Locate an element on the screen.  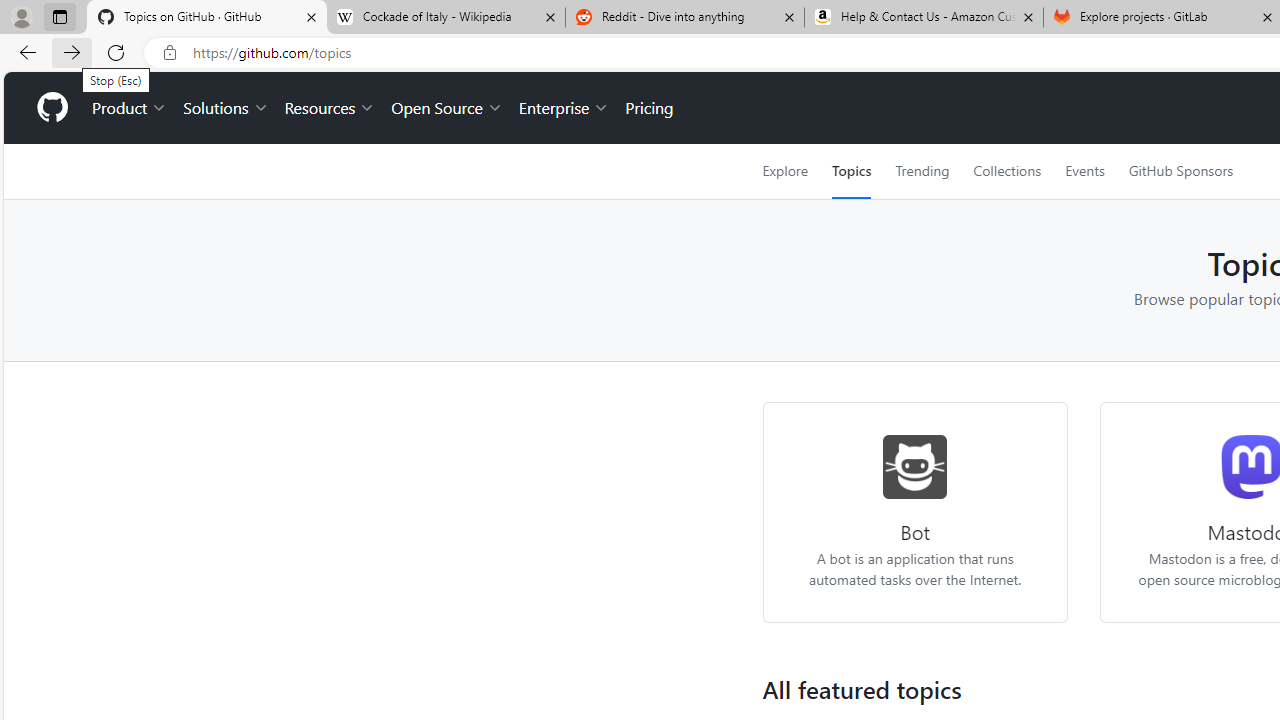
'Open Source' is located at coordinates (445, 108).